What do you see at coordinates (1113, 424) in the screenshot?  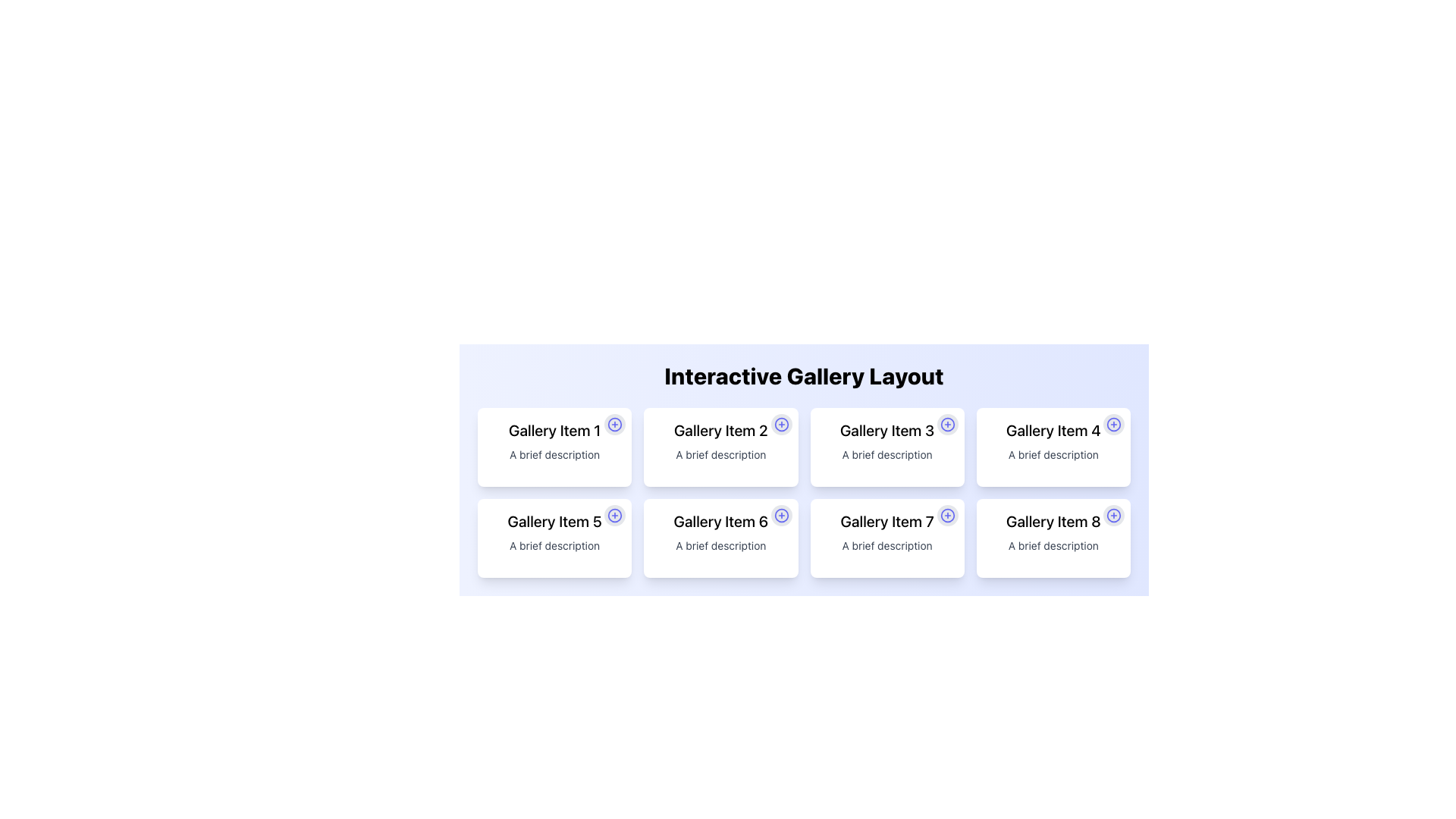 I see `the blue stroke SVG circle element located at the top-right corner of the 'Gallery Item 4' card` at bounding box center [1113, 424].